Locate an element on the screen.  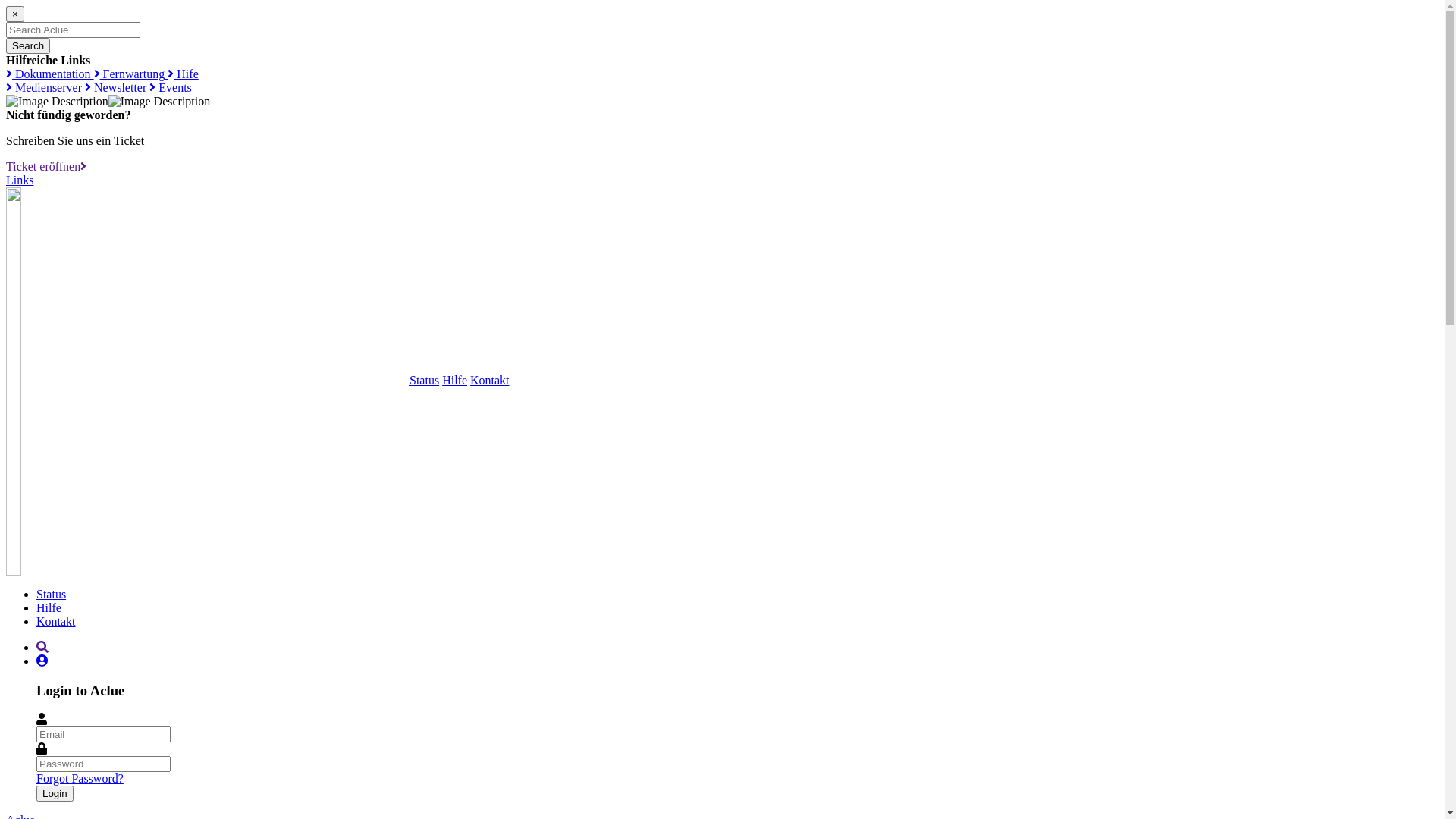
'Links' is located at coordinates (6, 179).